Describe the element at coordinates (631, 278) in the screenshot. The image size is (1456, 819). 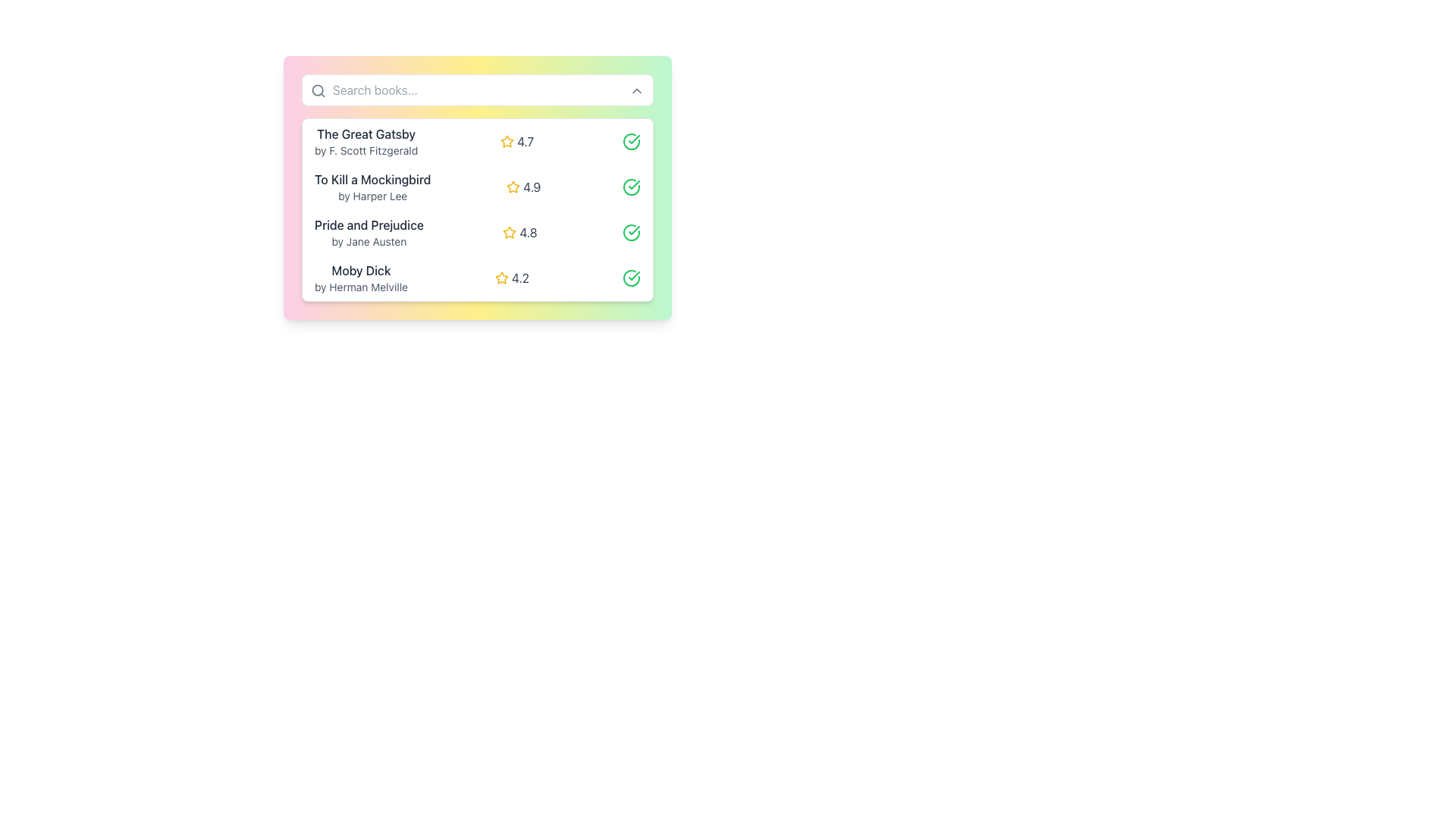
I see `green circular checkmark icon representing validation for a book entry by opening the developer tools` at that location.